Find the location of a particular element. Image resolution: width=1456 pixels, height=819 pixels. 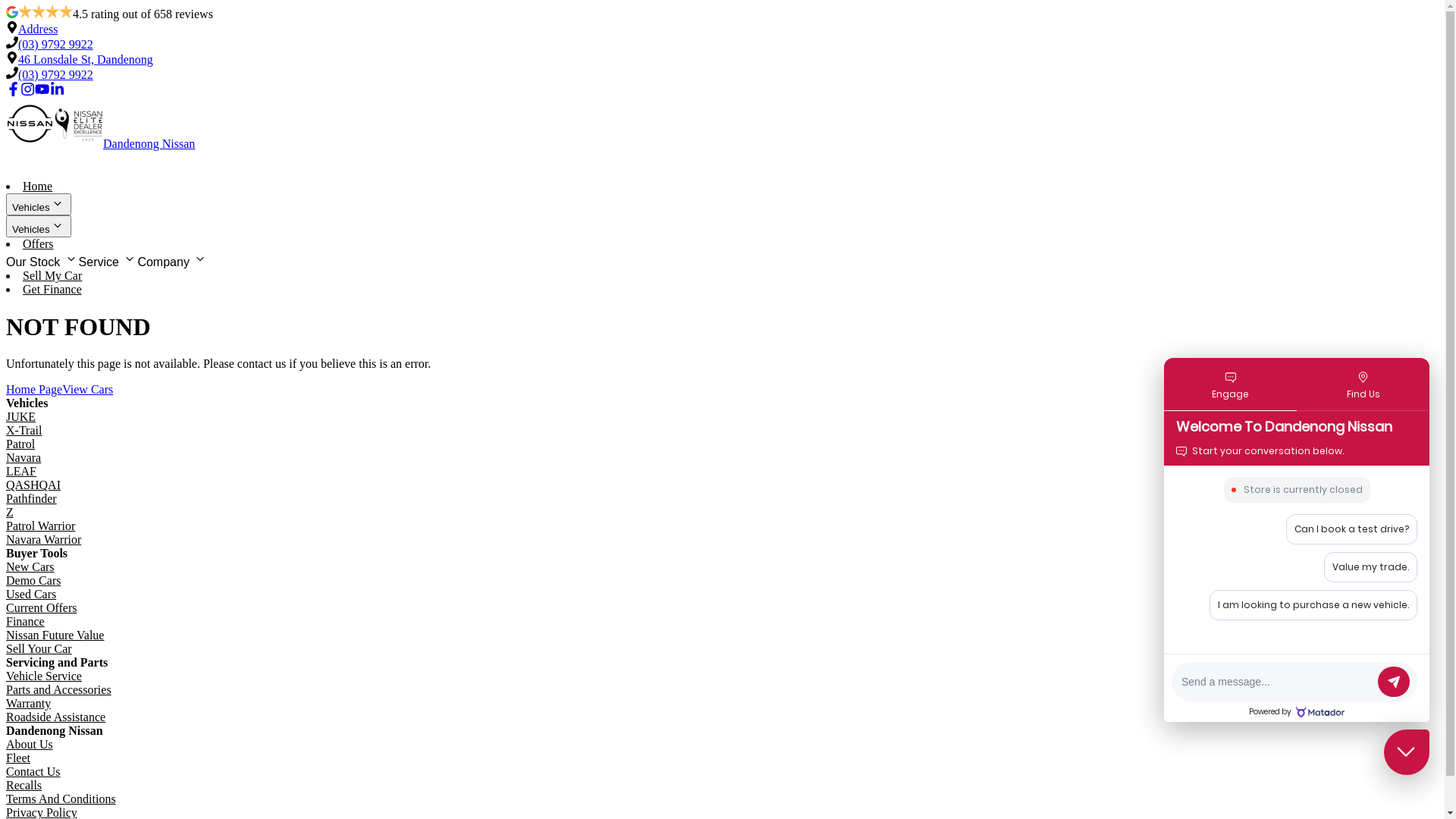

'About Us' is located at coordinates (29, 743).